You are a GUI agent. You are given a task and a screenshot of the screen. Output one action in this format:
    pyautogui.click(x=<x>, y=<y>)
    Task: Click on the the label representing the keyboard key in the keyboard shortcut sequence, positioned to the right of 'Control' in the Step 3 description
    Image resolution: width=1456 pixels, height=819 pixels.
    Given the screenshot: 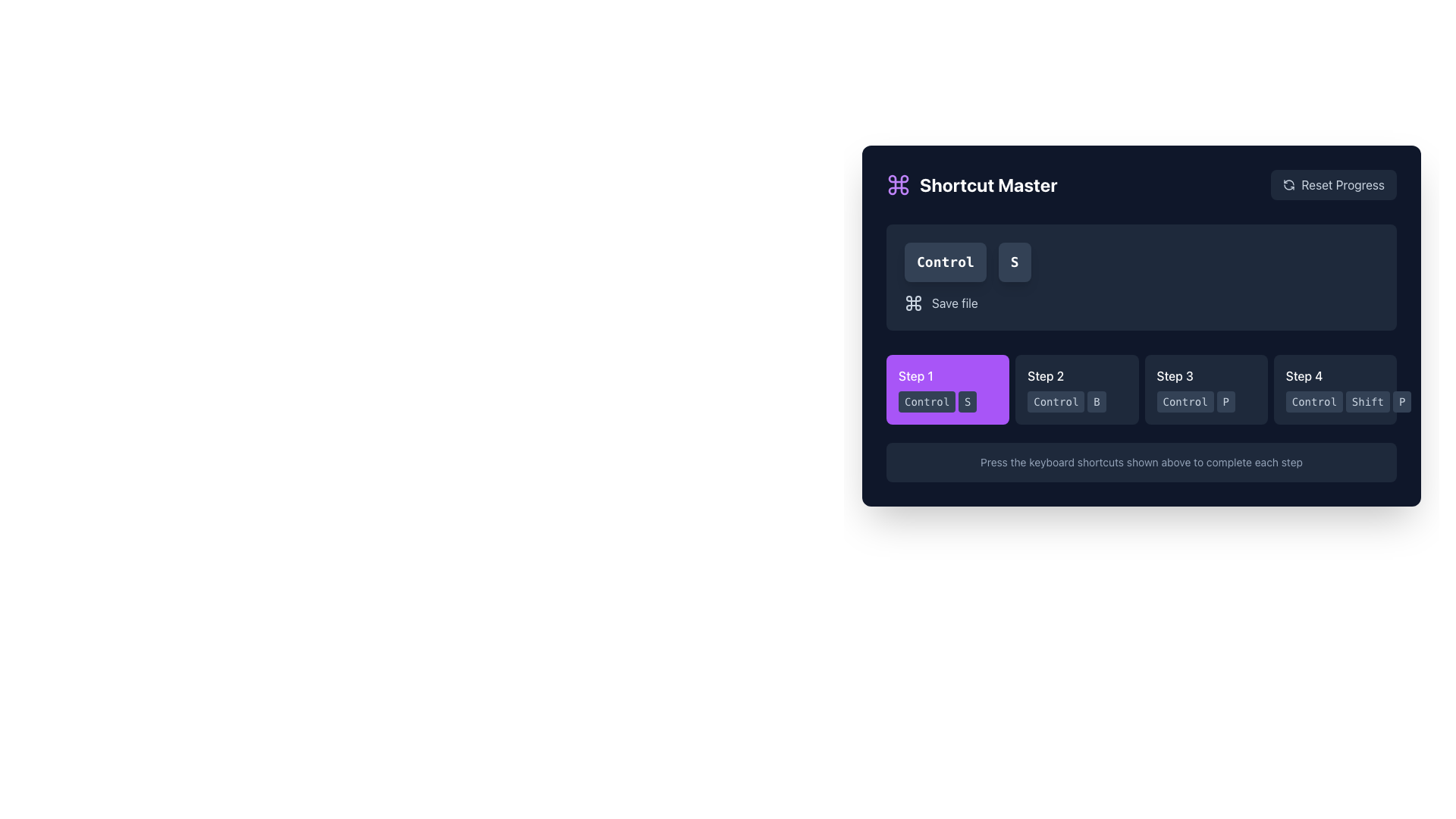 What is the action you would take?
    pyautogui.click(x=1225, y=400)
    